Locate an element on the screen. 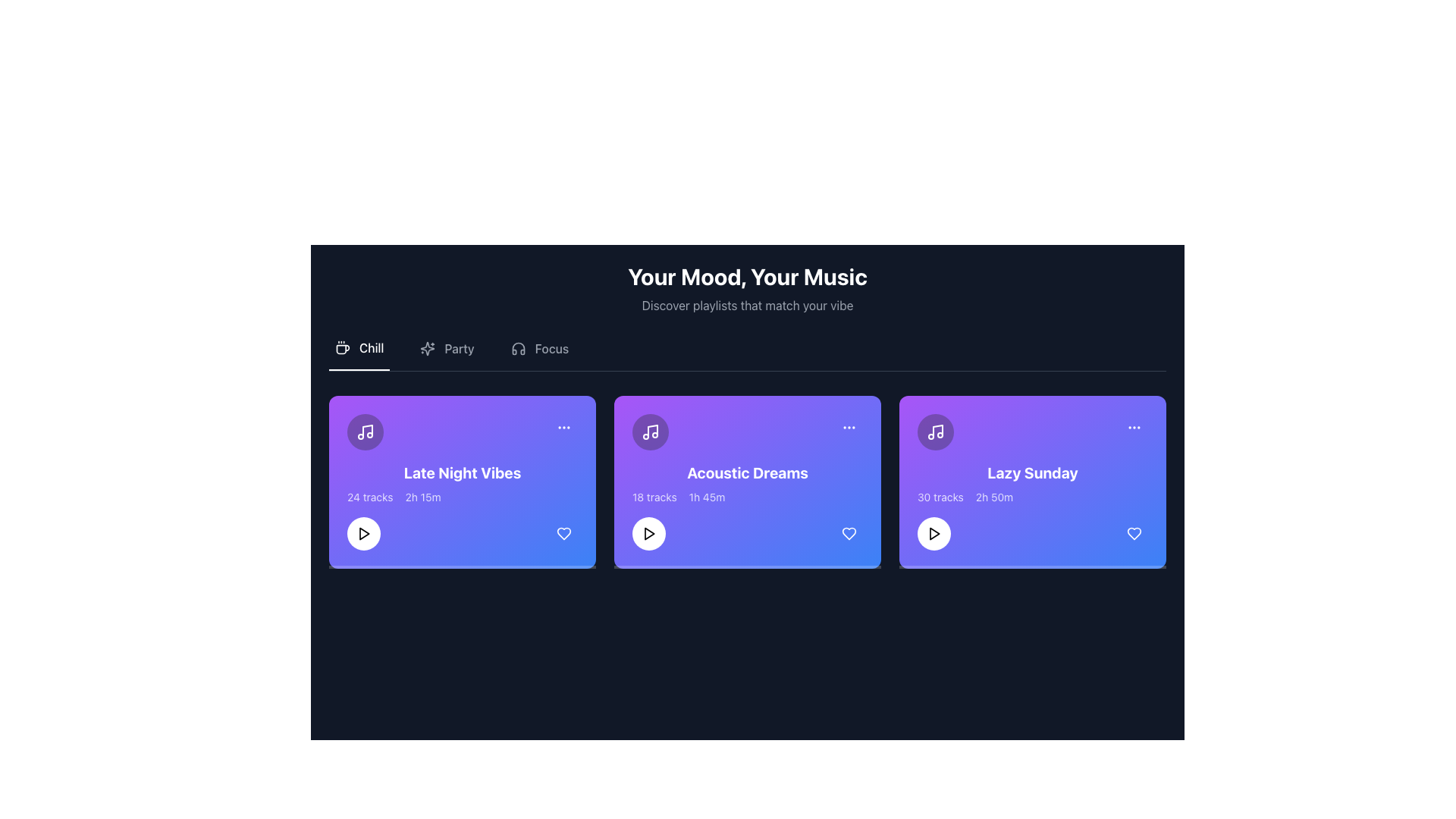  the label displaying '2h 15m' in thin white font, located within the 'Late Night Vibes' playlist card, positioned to the right of the '24 tracks' element is located at coordinates (422, 497).